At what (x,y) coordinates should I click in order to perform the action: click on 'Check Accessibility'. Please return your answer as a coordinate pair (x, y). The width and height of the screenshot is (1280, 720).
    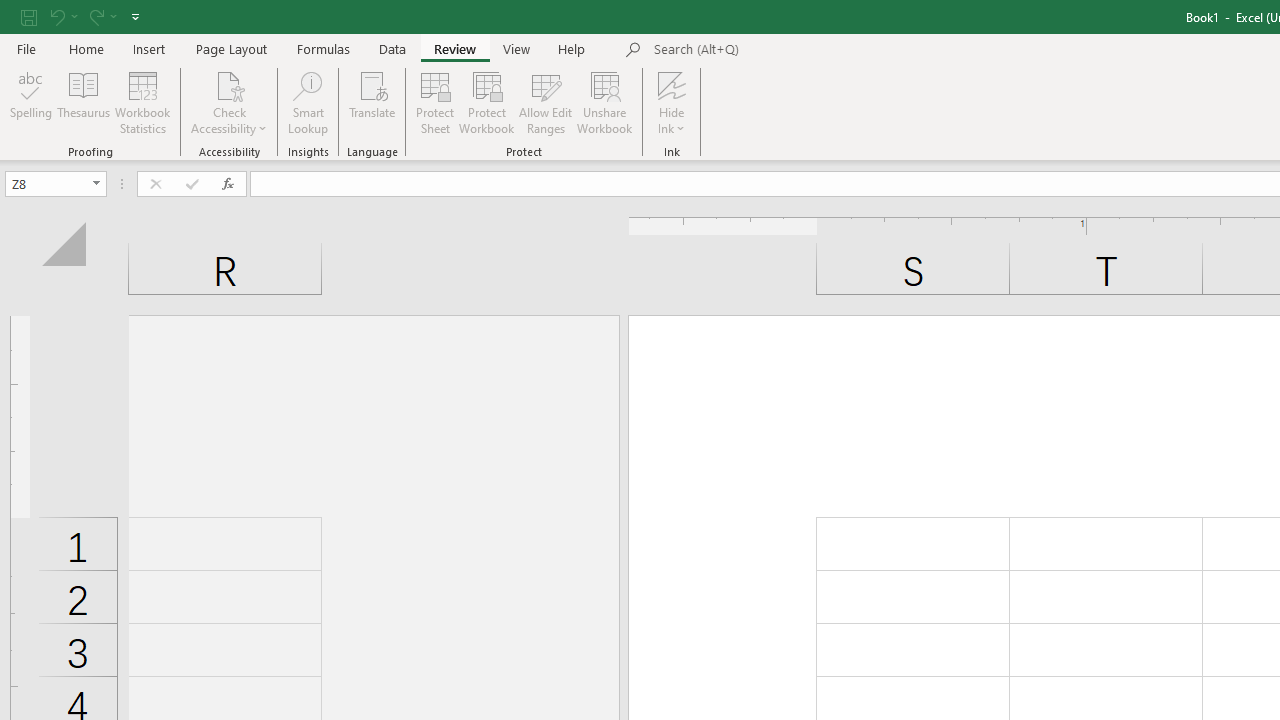
    Looking at the image, I should click on (229, 84).